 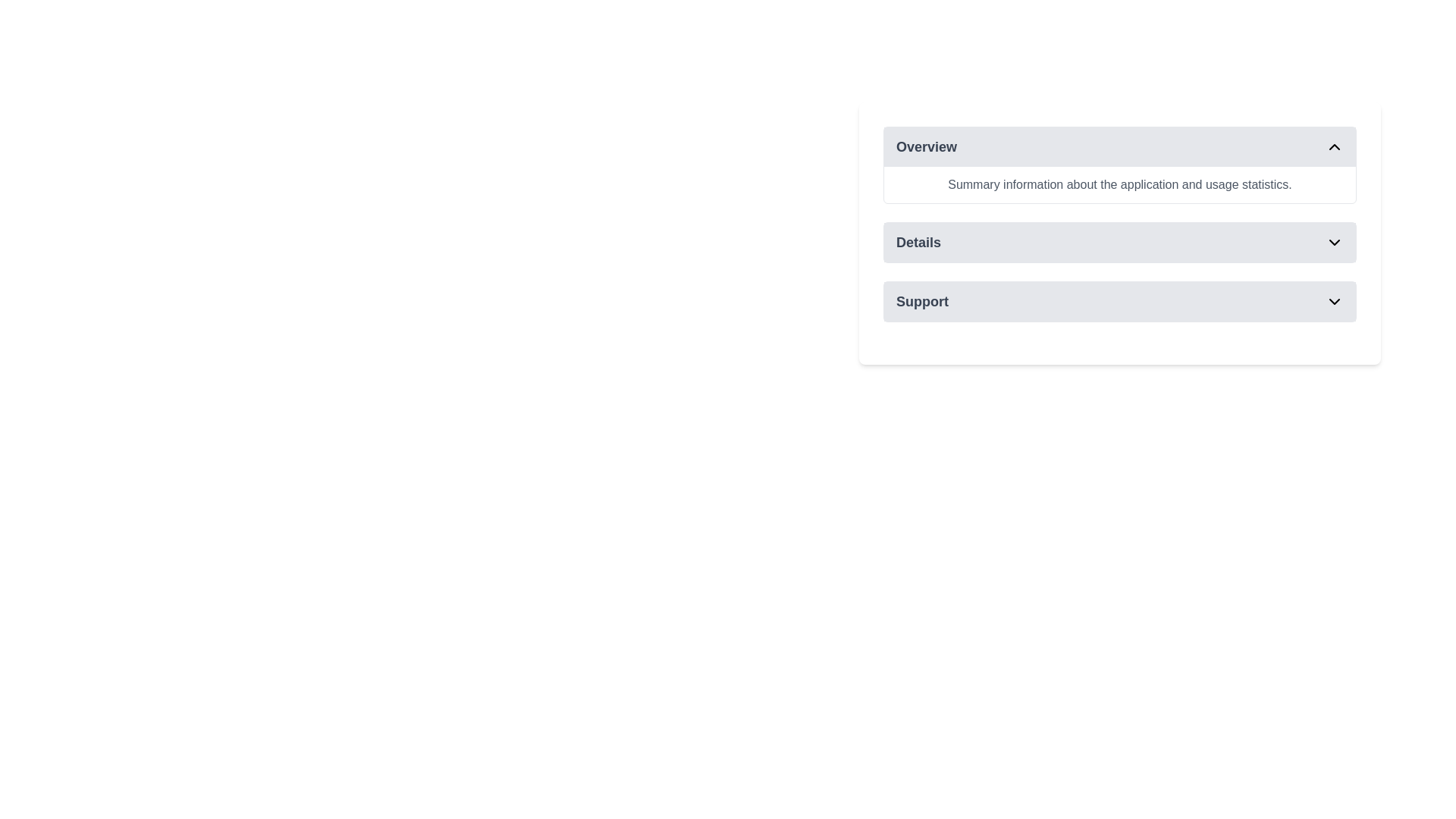 I want to click on the text label displaying 'Summary information about the application and usage statistics.', which is located directly beneath the 'Overview' section header, so click(x=1120, y=184).